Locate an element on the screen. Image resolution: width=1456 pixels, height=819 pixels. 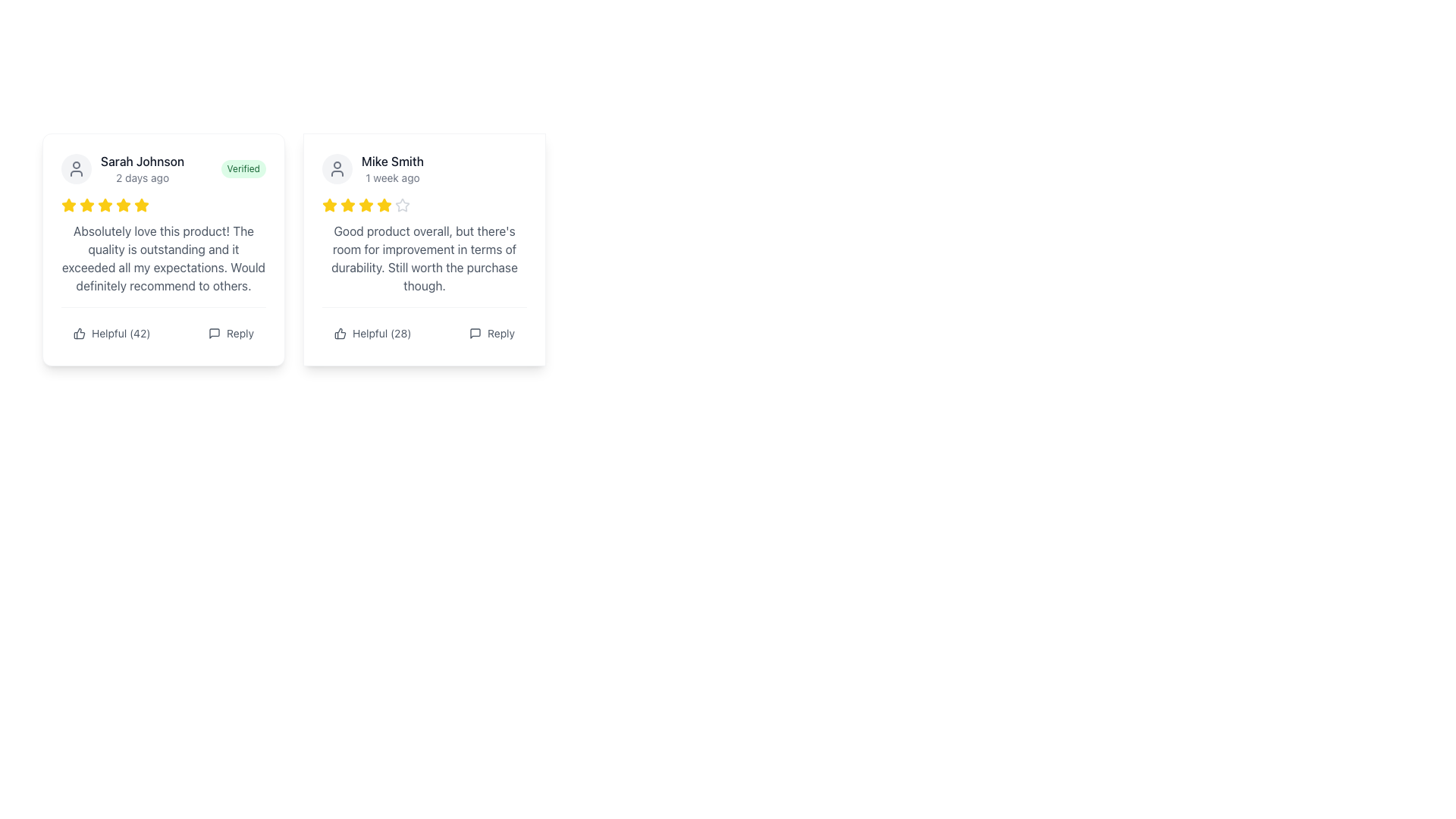
the thumbs-up icon located is located at coordinates (340, 332).